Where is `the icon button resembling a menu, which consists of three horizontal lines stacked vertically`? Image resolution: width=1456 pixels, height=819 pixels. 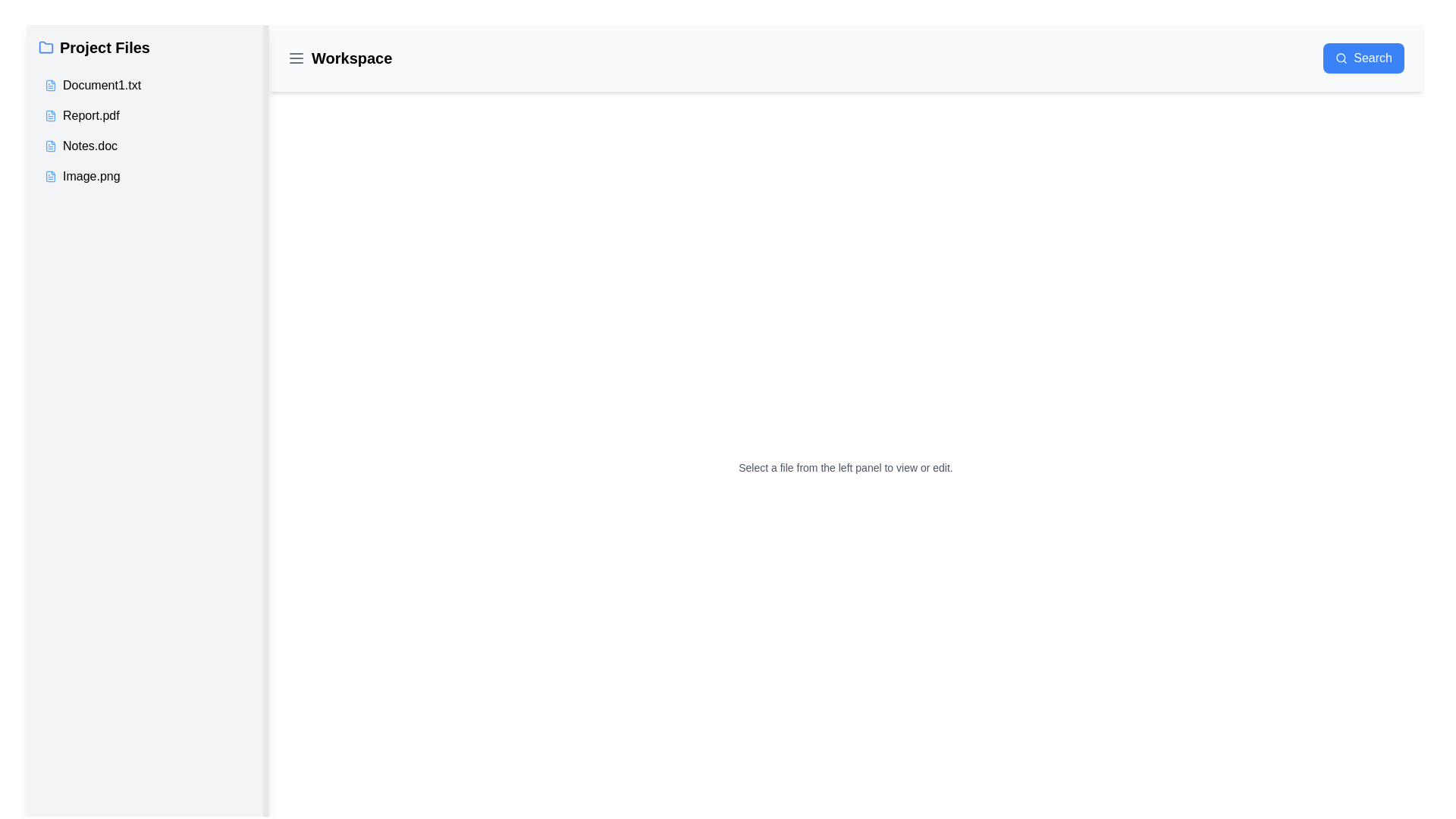
the icon button resembling a menu, which consists of three horizontal lines stacked vertically is located at coordinates (296, 58).